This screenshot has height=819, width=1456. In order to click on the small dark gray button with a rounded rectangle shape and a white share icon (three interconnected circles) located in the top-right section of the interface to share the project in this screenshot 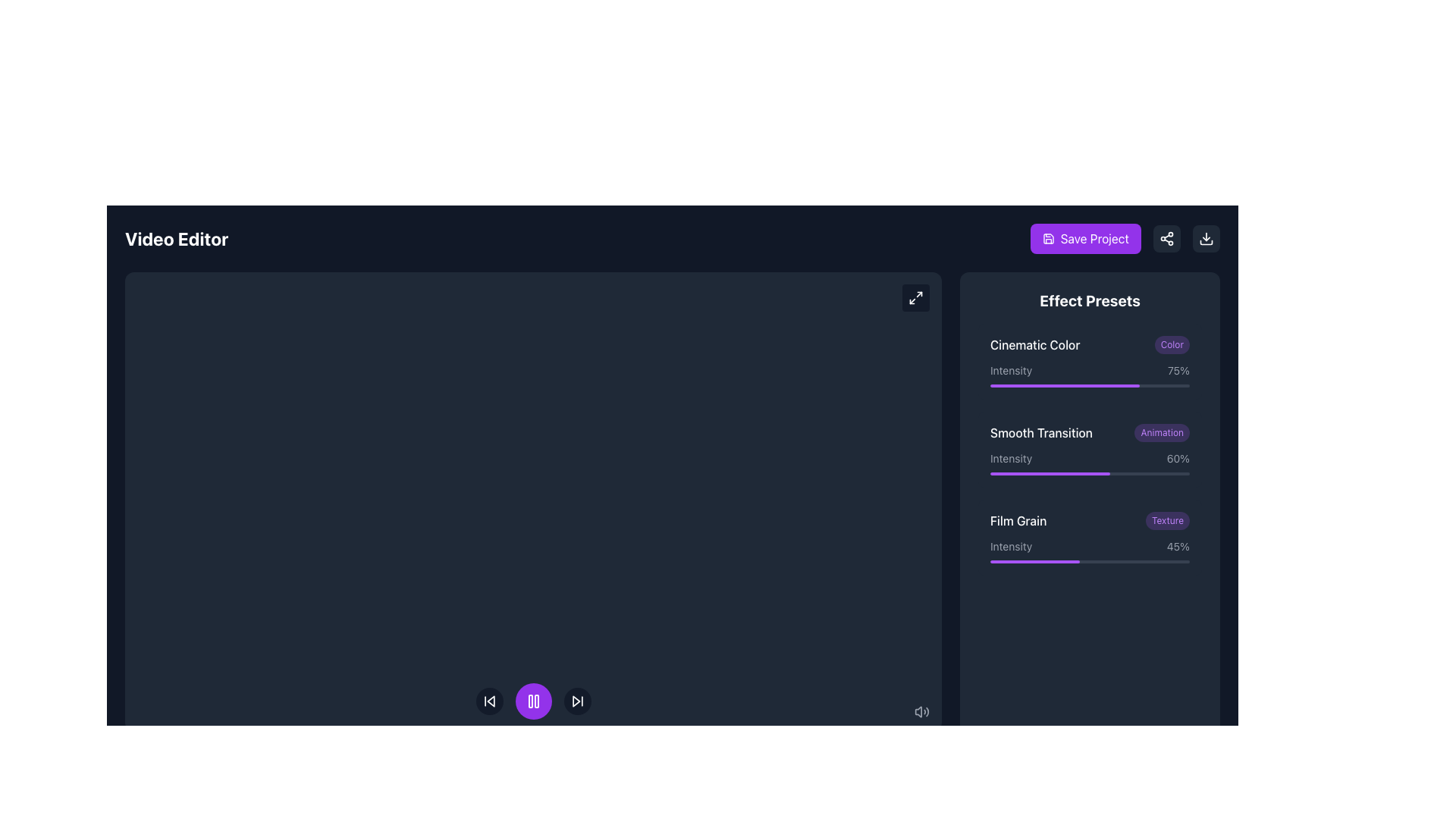, I will do `click(1166, 239)`.